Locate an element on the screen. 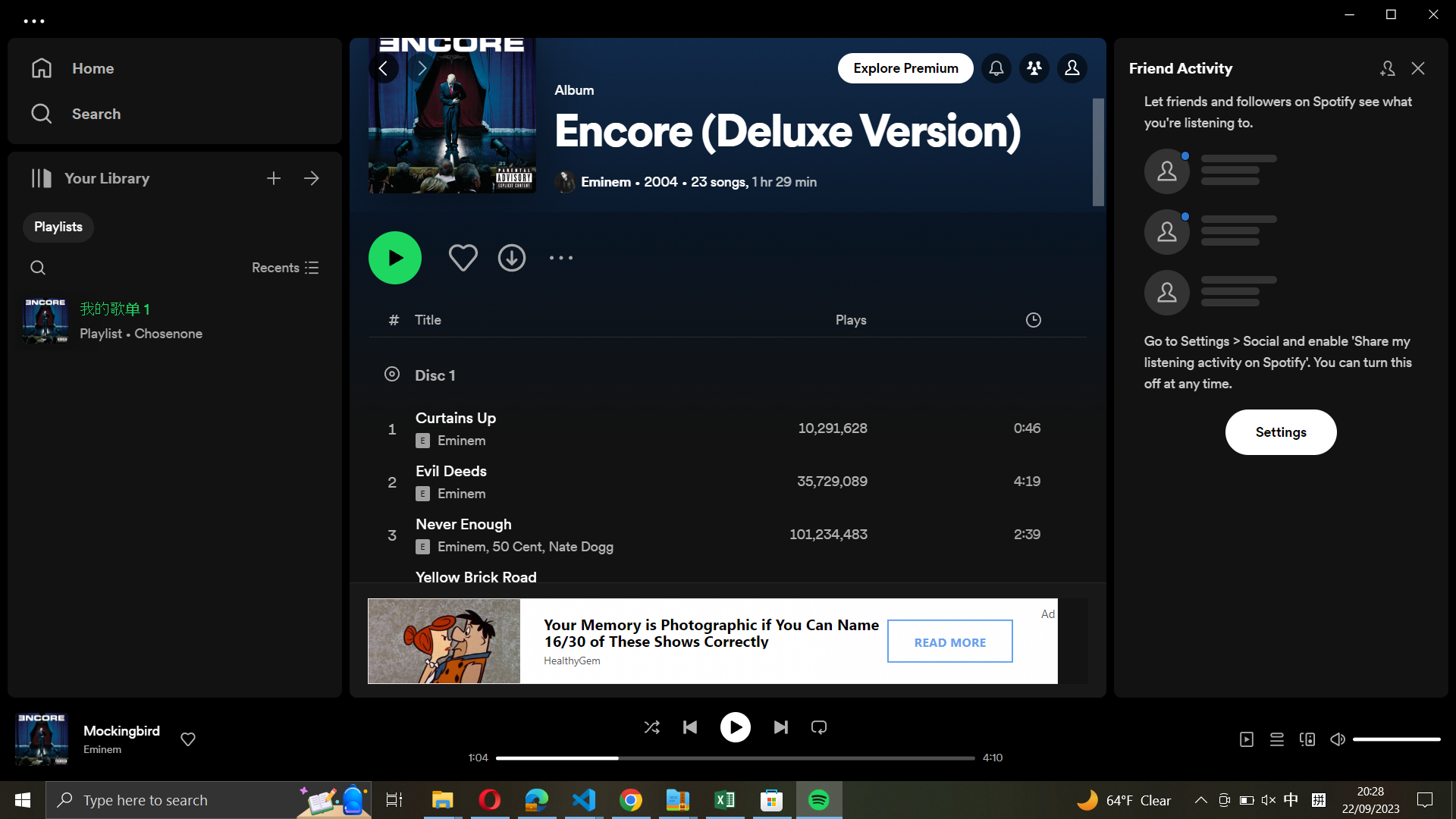 Image resolution: width=1456 pixels, height=819 pixels. Start playing the playlist is located at coordinates (395, 256).